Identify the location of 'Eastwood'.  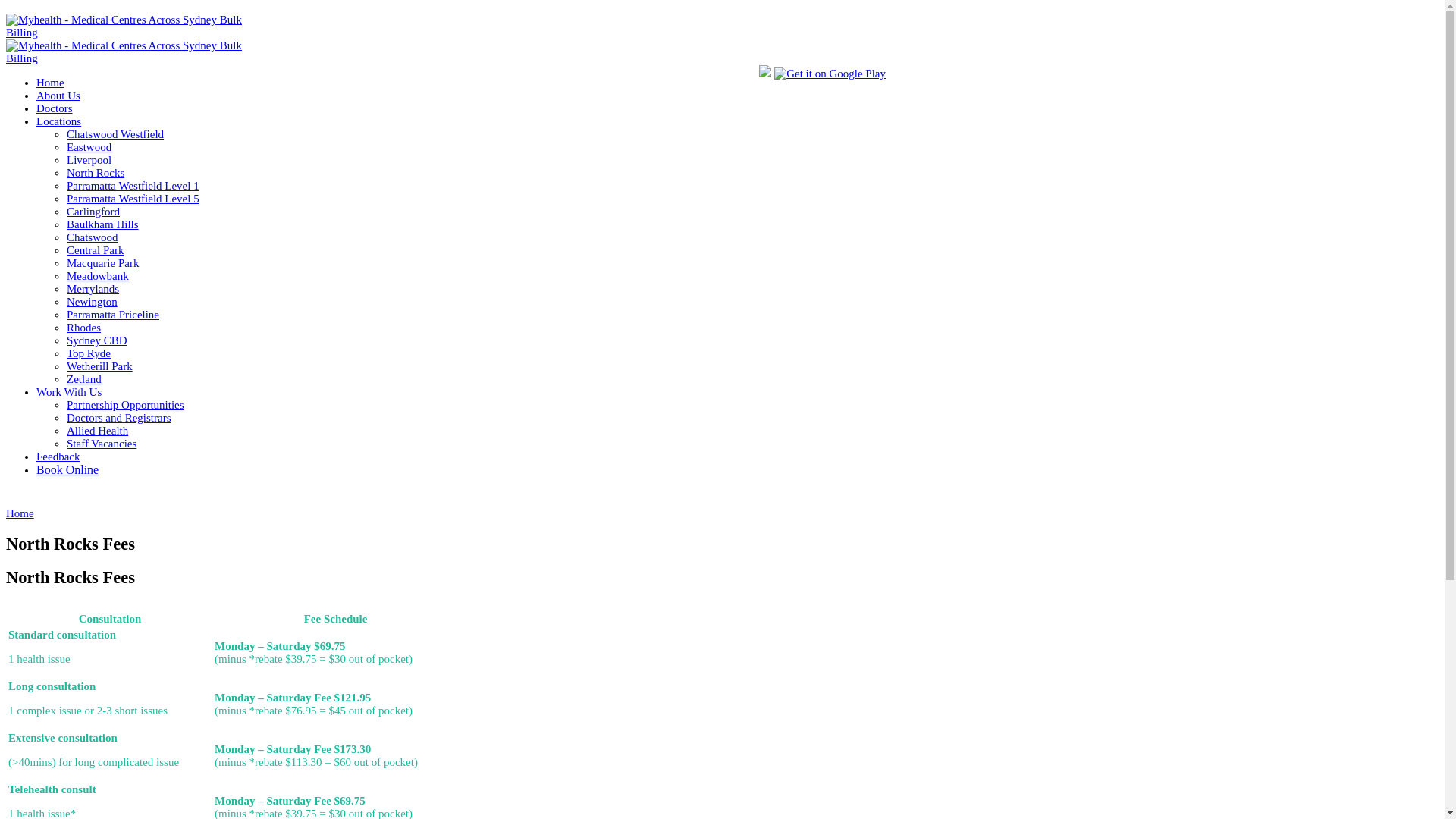
(88, 146).